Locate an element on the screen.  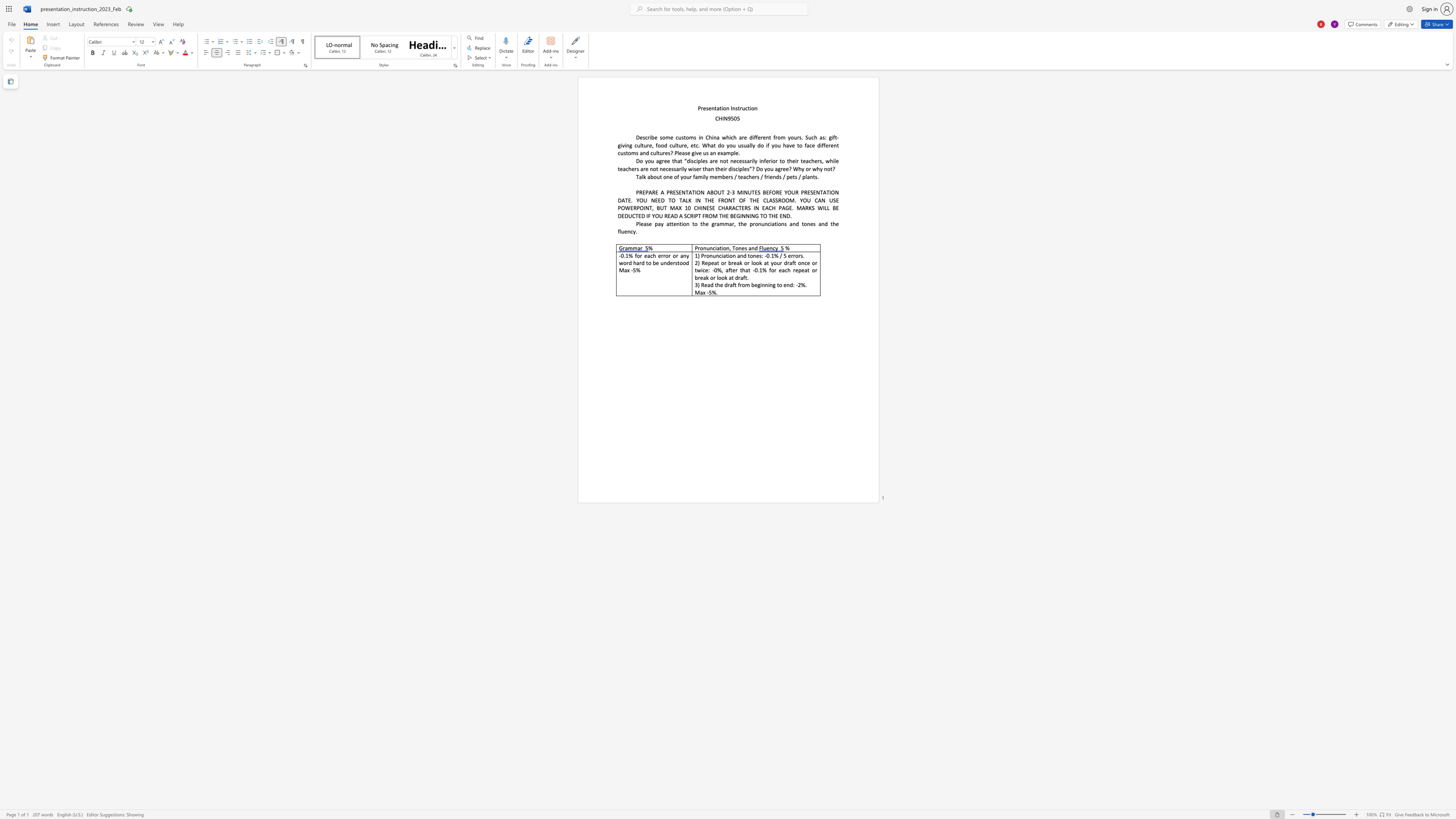
the subset text "peat or break or look at draf" within the text "2) Repeat or break or look at your draft once or twice: -0%, after that -0.1% for each repeat or break or look at draft." is located at coordinates (798, 270).